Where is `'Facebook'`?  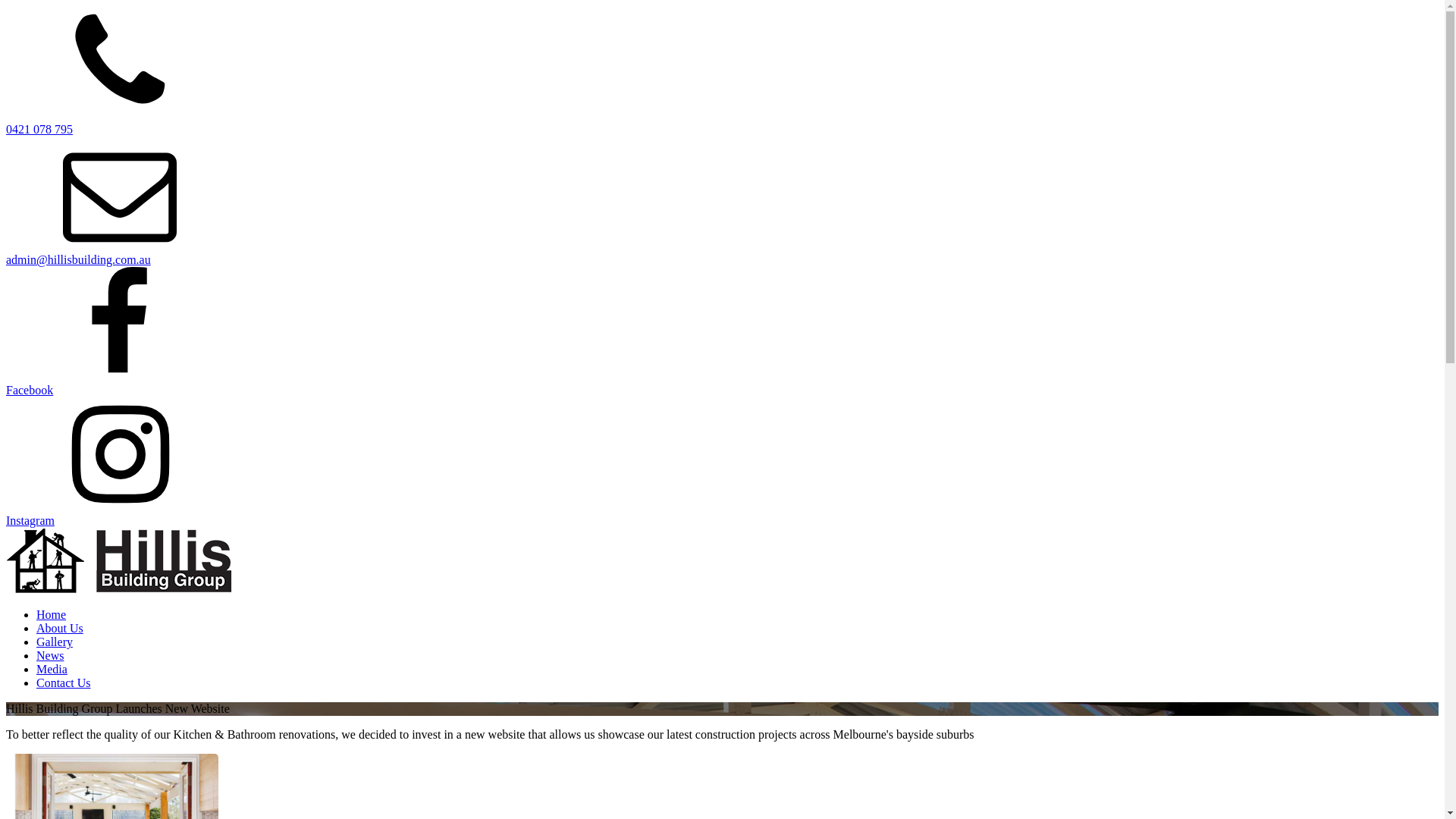
'Facebook' is located at coordinates (29, 389).